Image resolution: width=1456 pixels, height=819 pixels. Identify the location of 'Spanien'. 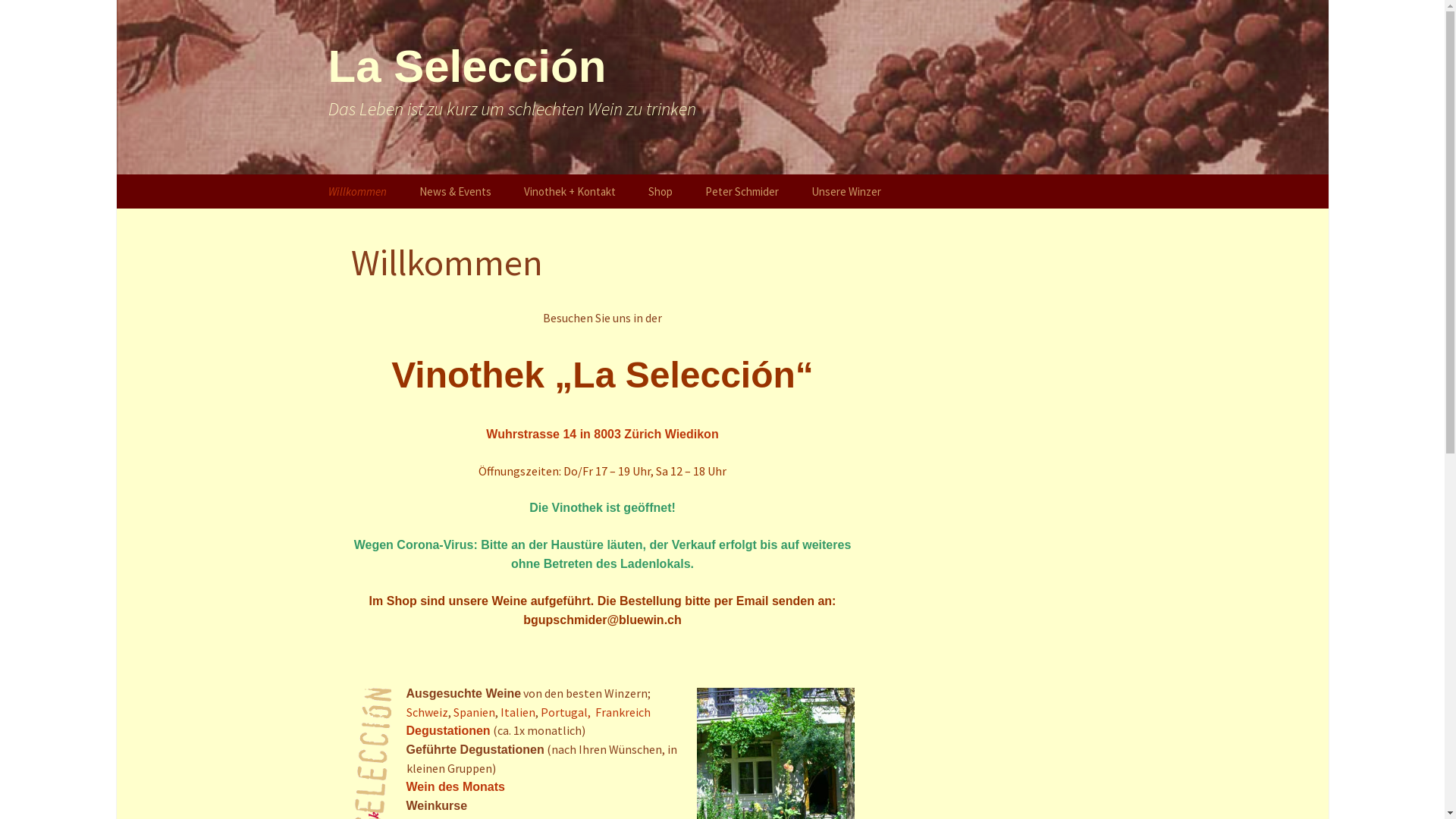
(473, 711).